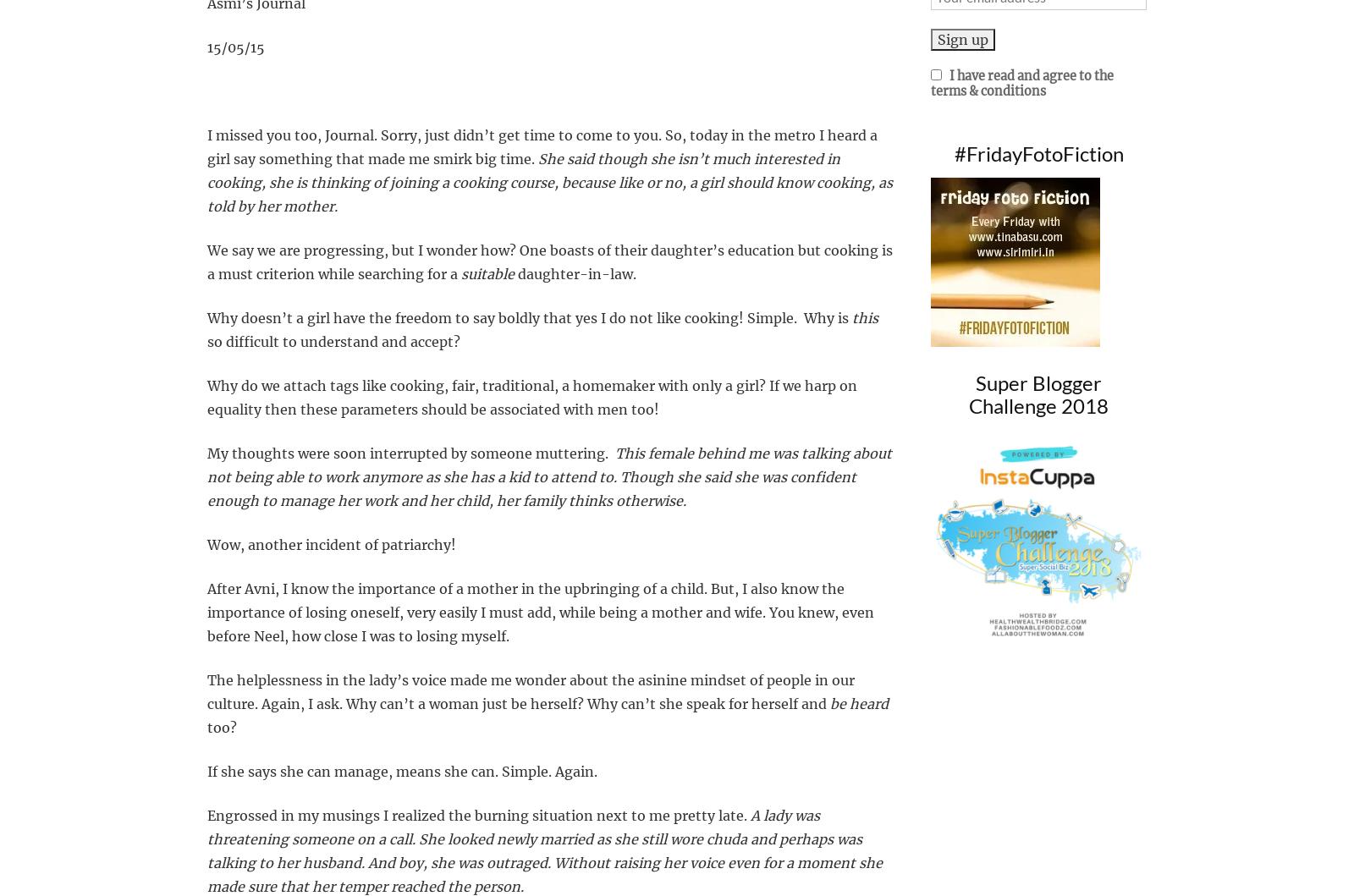  Describe the element at coordinates (542, 146) in the screenshot. I see `'I heard a girl say something that made me smirk big time.'` at that location.